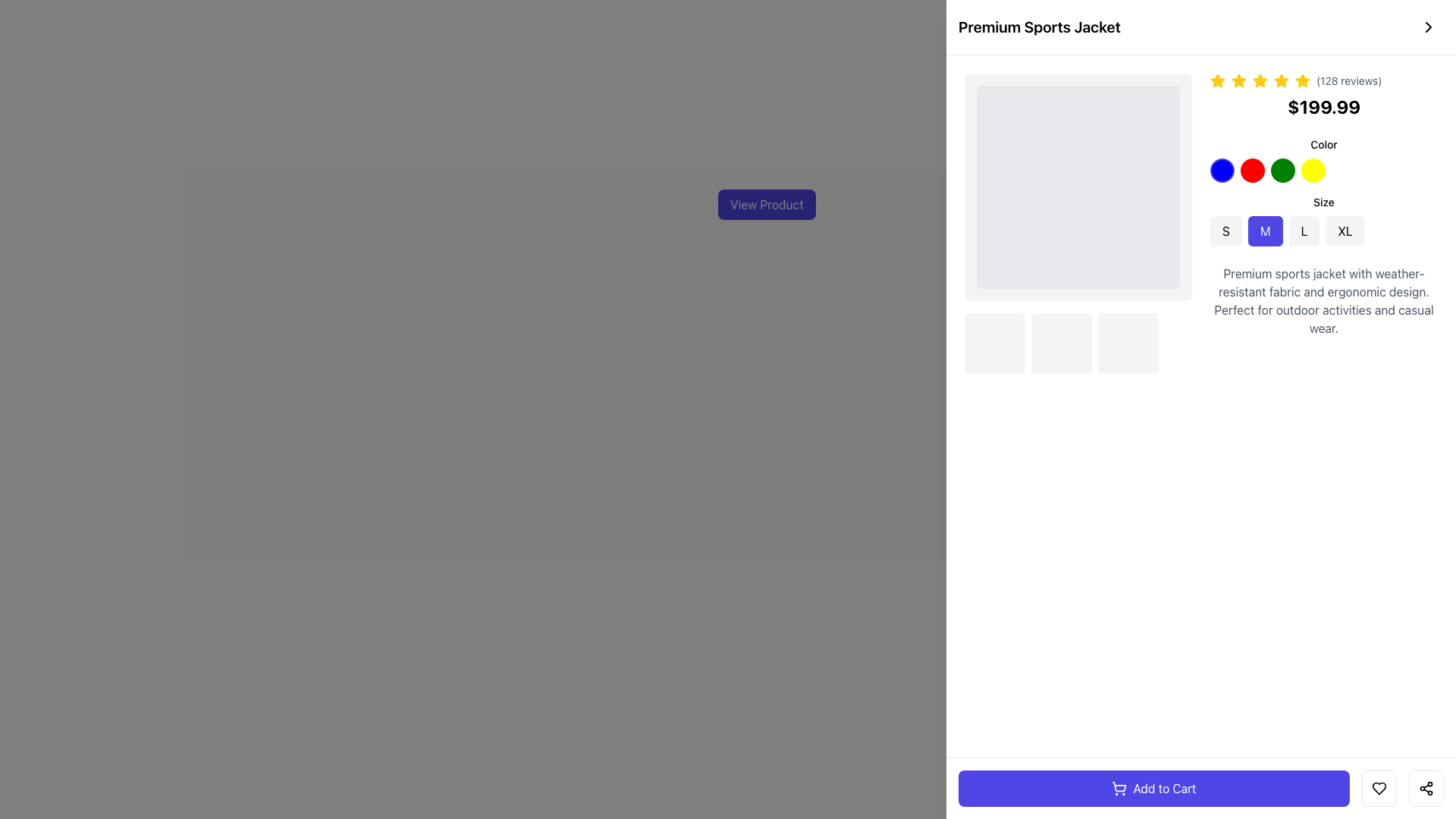  I want to click on the leftmost button labeled 'S', so click(1226, 231).